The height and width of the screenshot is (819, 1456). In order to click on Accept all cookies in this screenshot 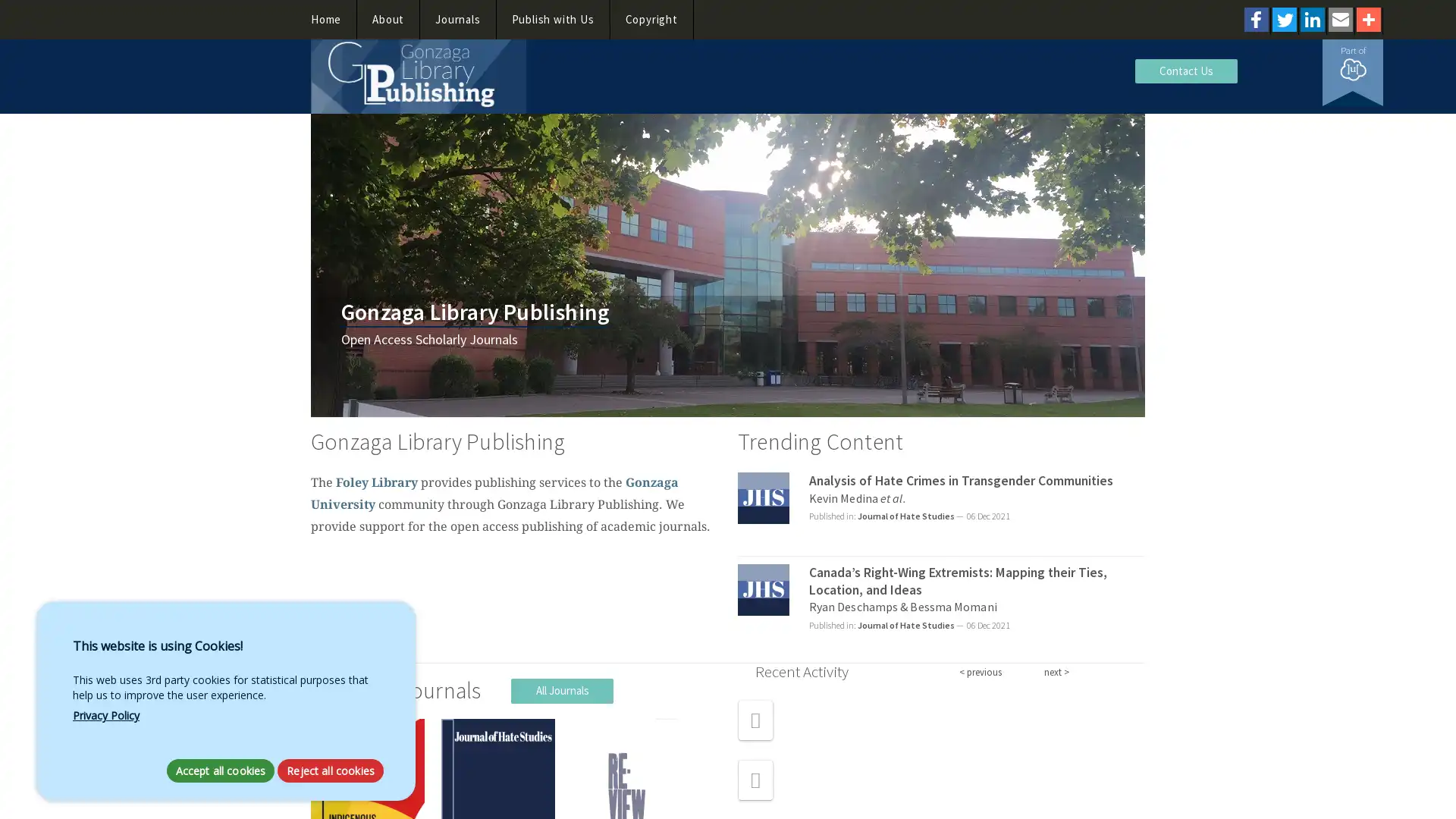, I will do `click(219, 770)`.